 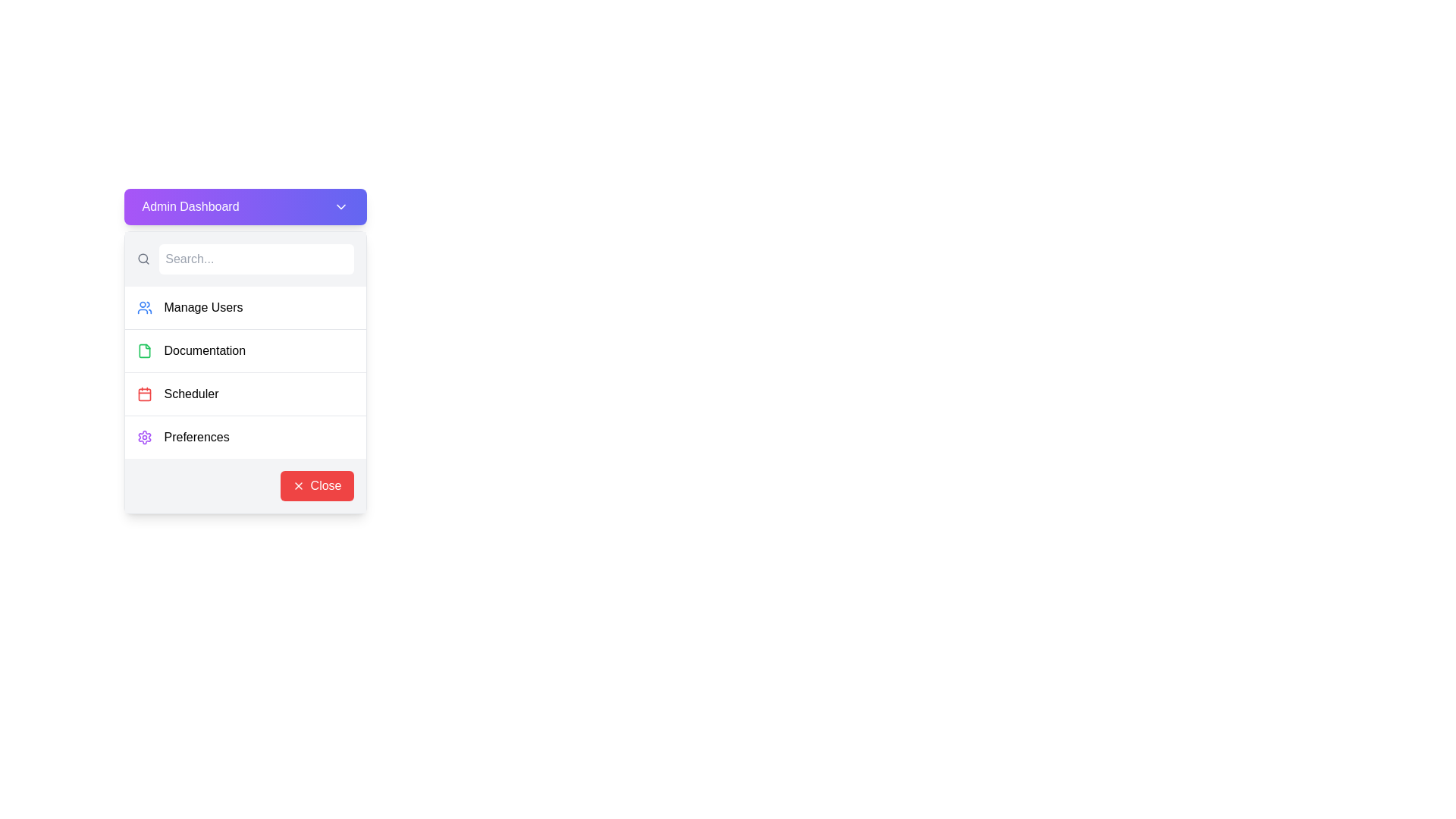 I want to click on the 'Documentation' menu item, which is the second item in the drop-down menu, so click(x=245, y=350).